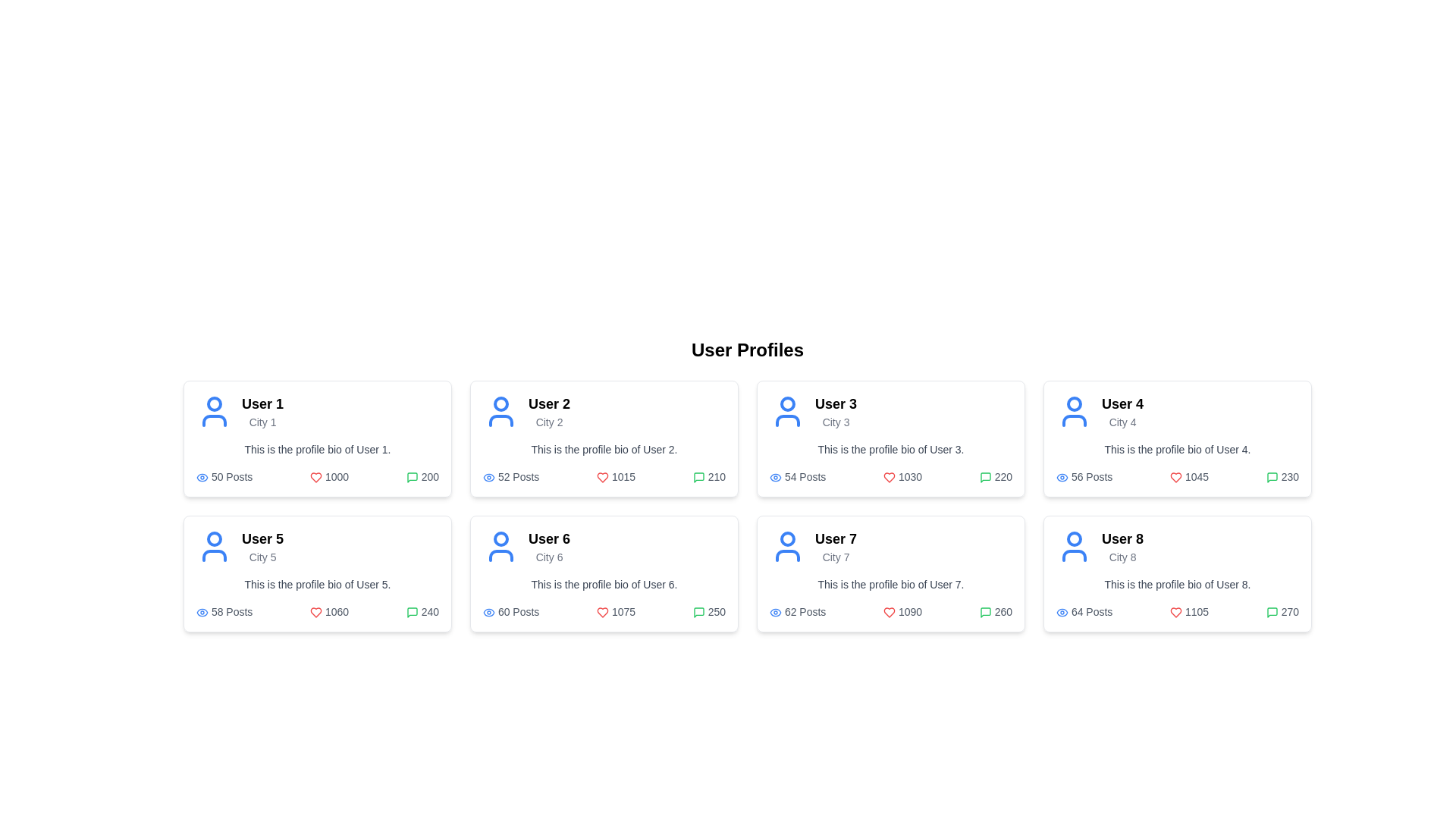  What do you see at coordinates (835, 412) in the screenshot?
I see `the Text Label Group that identifies 'User 3', located on the right side of the user profiles in the top row of the grid` at bounding box center [835, 412].